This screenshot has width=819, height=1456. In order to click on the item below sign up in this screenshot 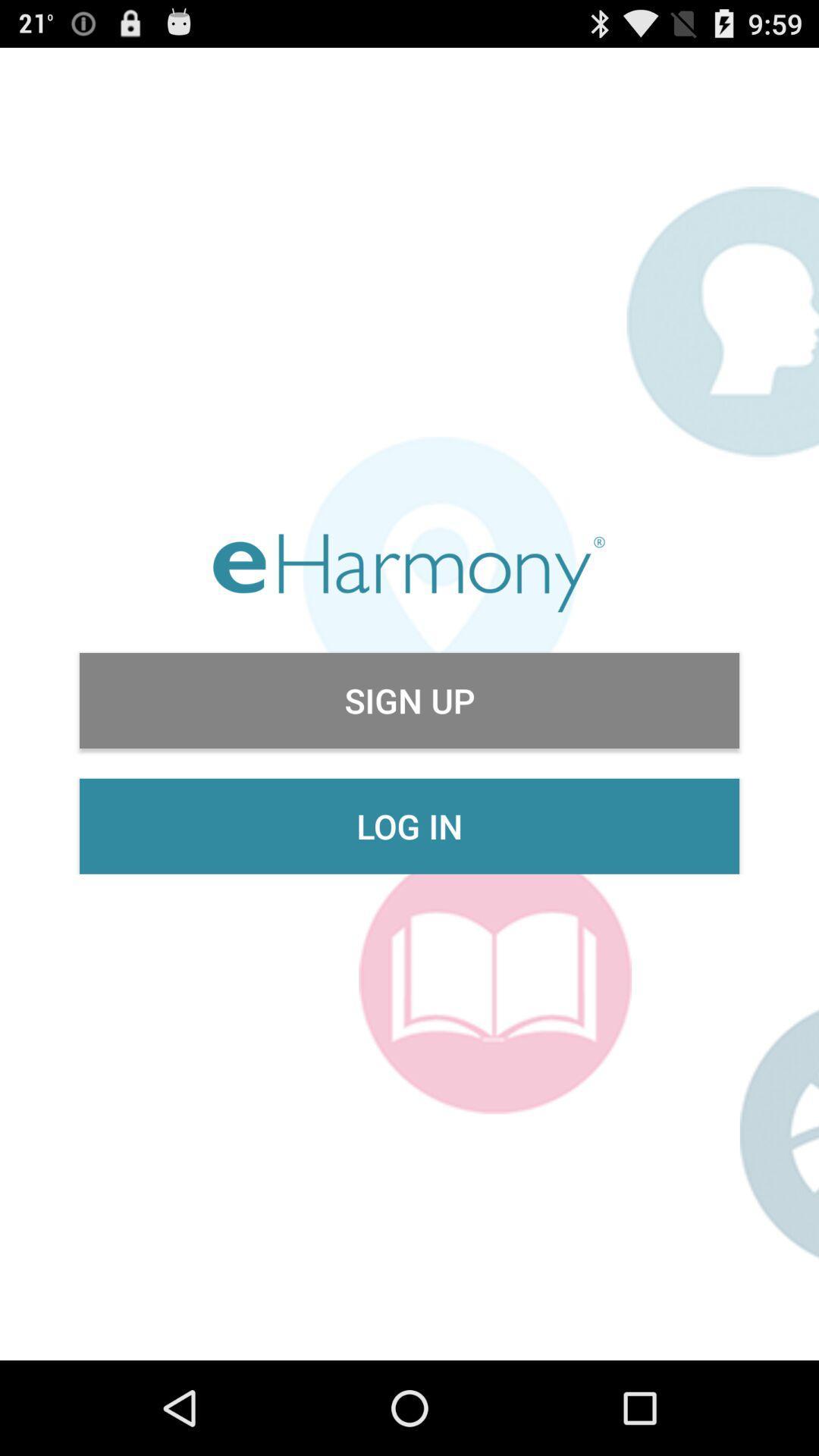, I will do `click(409, 825)`.